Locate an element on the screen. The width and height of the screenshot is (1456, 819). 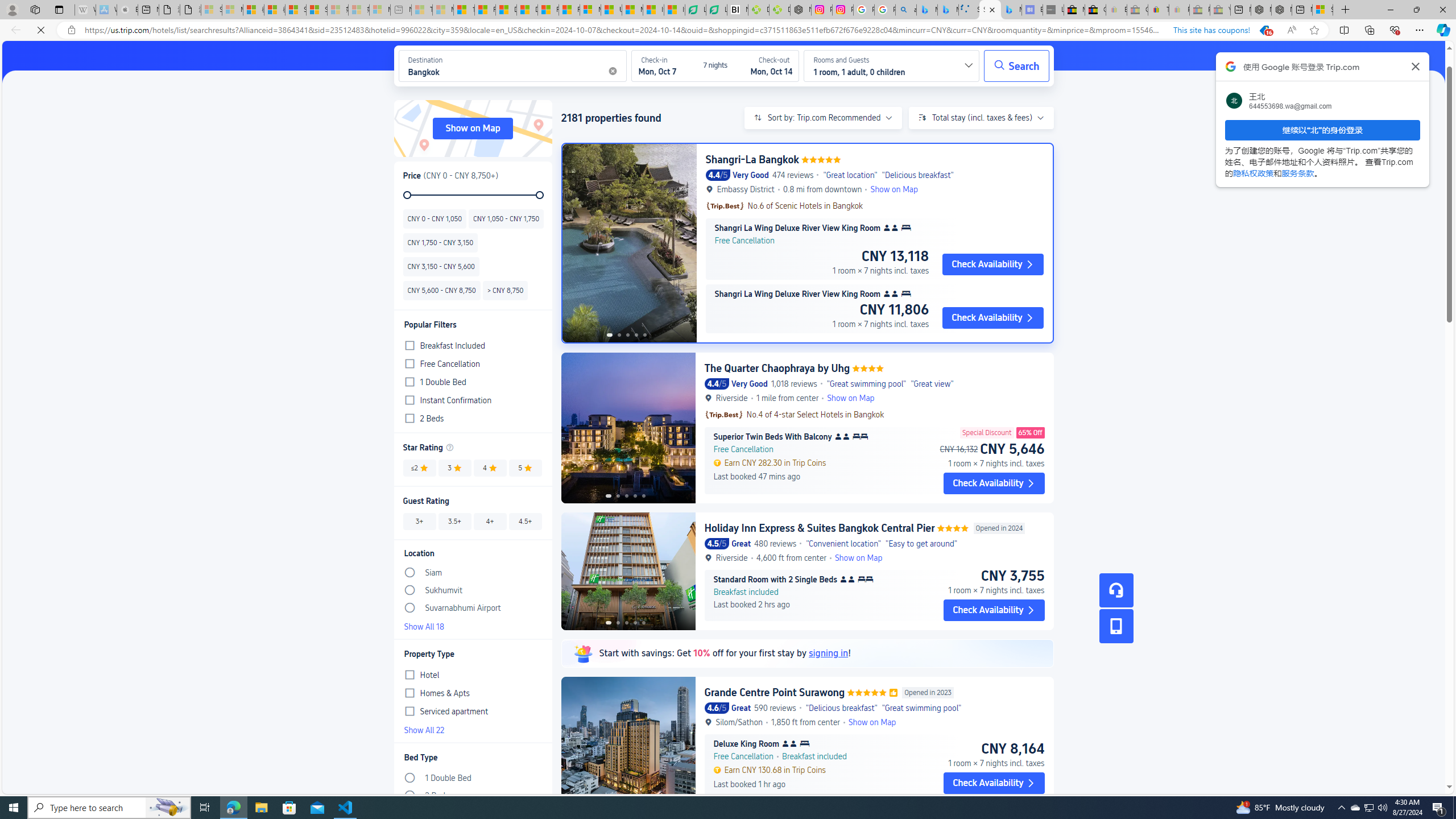
'Press Room - eBay Inc. - Sleeping' is located at coordinates (1199, 9).